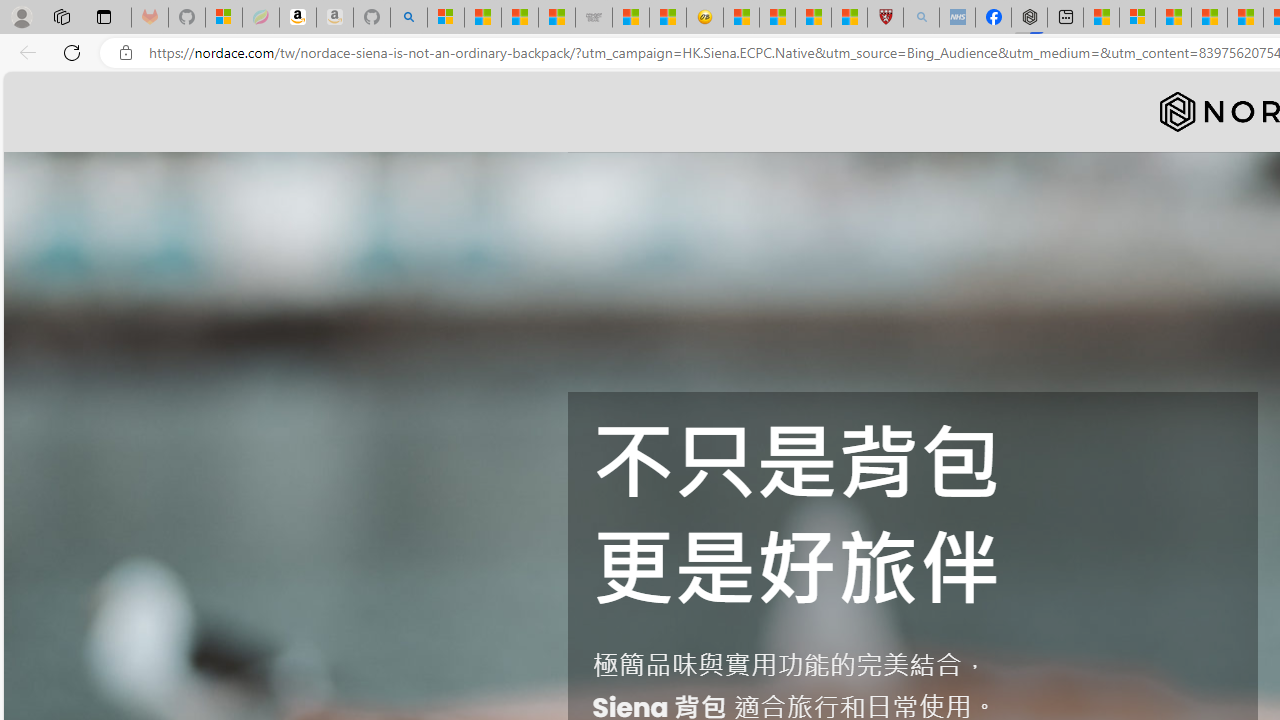 The width and height of the screenshot is (1280, 720). I want to click on '12 Popular Science Lies that Must be Corrected', so click(849, 17).